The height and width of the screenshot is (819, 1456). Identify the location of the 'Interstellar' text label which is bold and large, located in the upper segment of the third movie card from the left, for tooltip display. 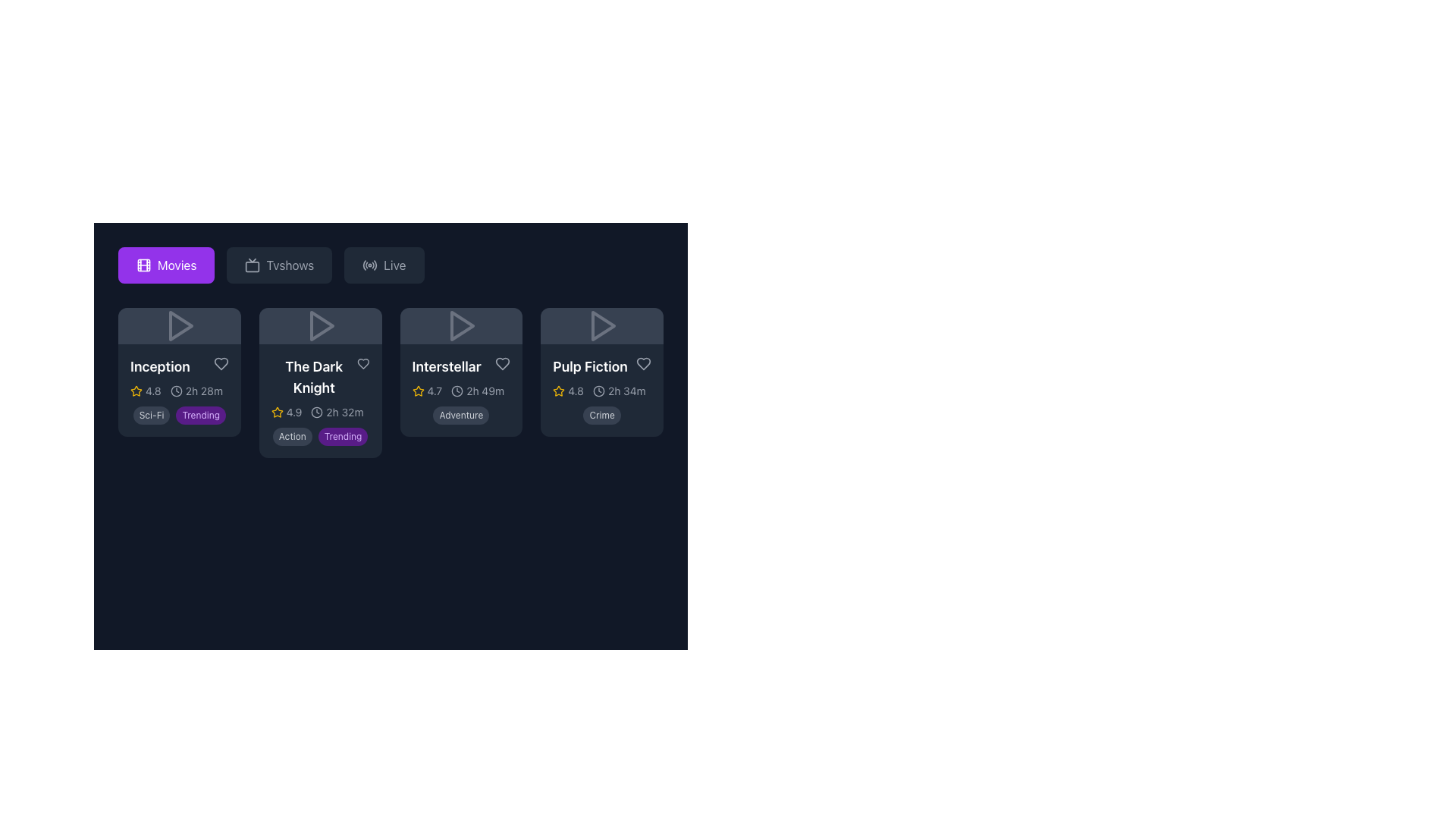
(460, 366).